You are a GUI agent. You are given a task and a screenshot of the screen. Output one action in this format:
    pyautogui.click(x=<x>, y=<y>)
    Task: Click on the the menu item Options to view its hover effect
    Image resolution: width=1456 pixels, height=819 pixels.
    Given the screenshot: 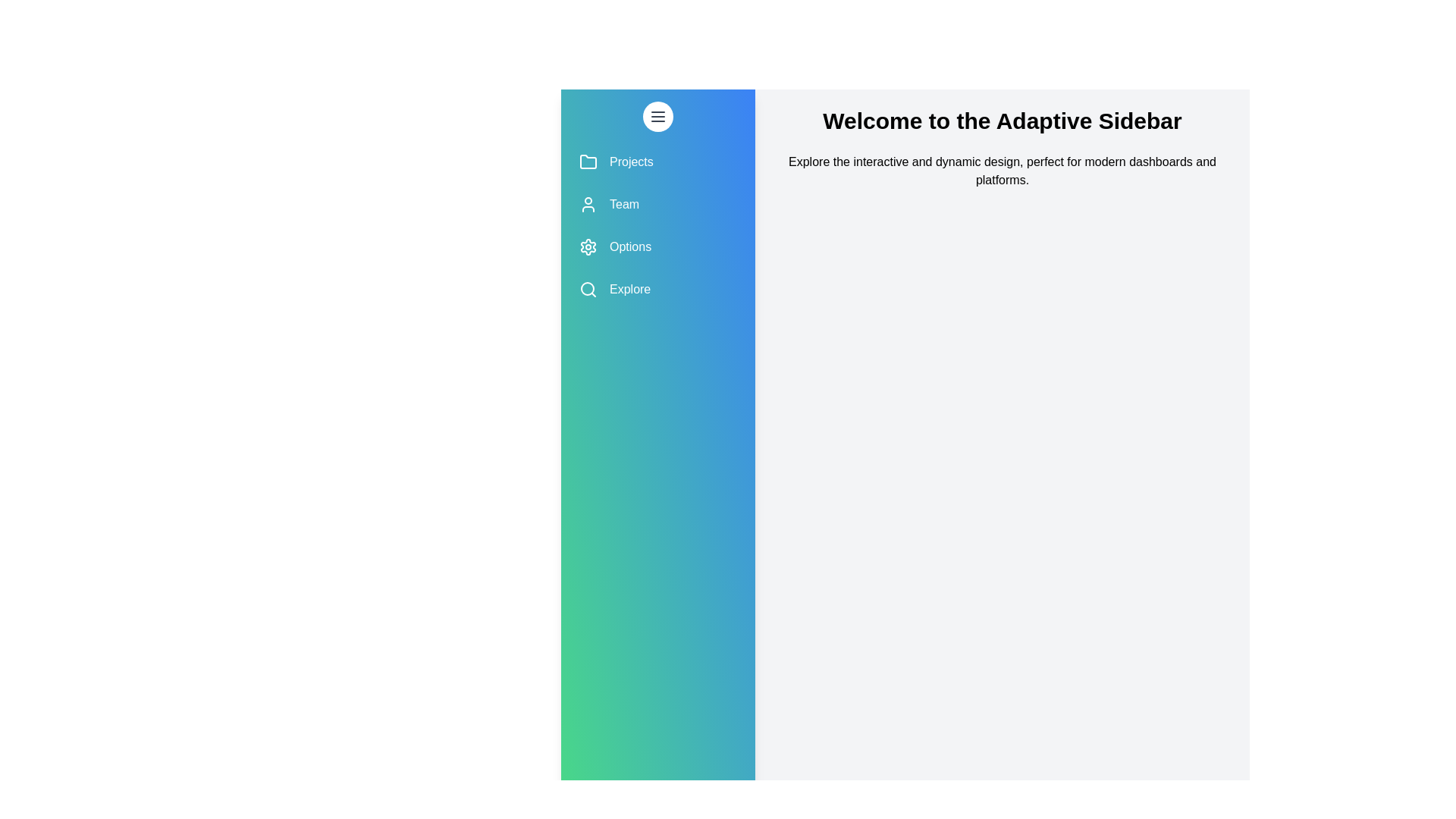 What is the action you would take?
    pyautogui.click(x=658, y=246)
    